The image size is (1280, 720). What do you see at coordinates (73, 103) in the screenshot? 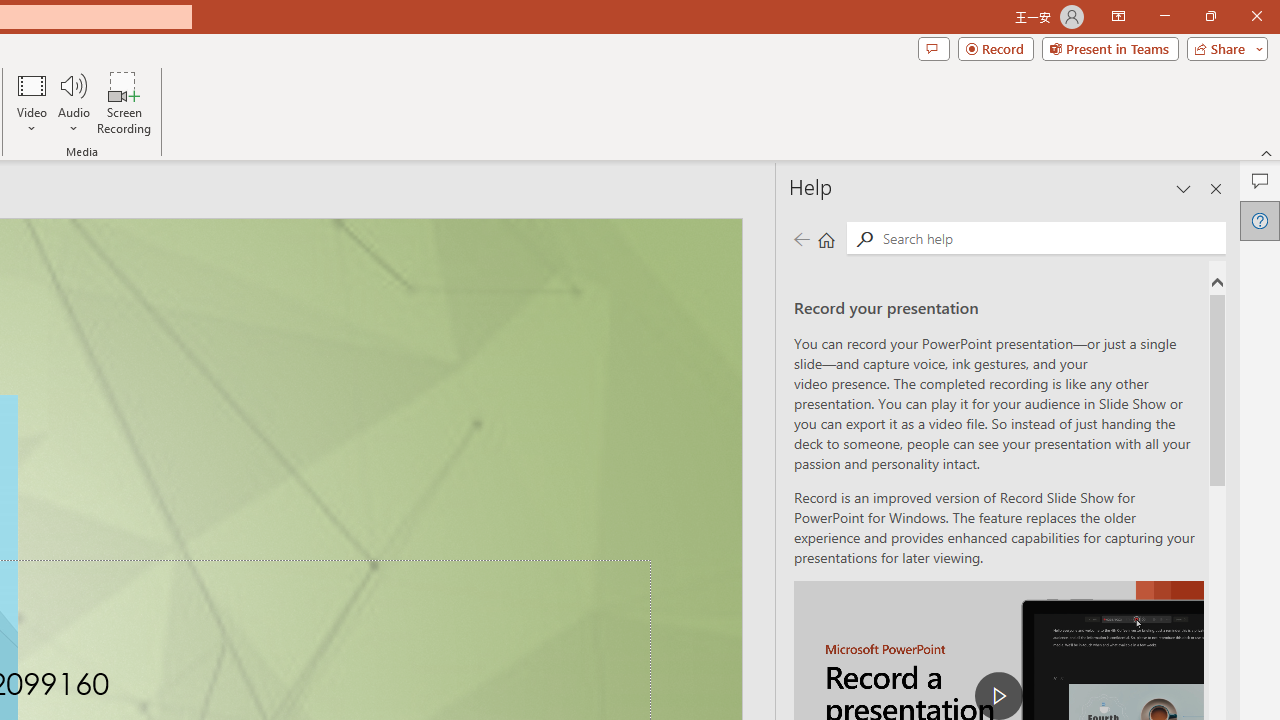
I see `'Audio'` at bounding box center [73, 103].